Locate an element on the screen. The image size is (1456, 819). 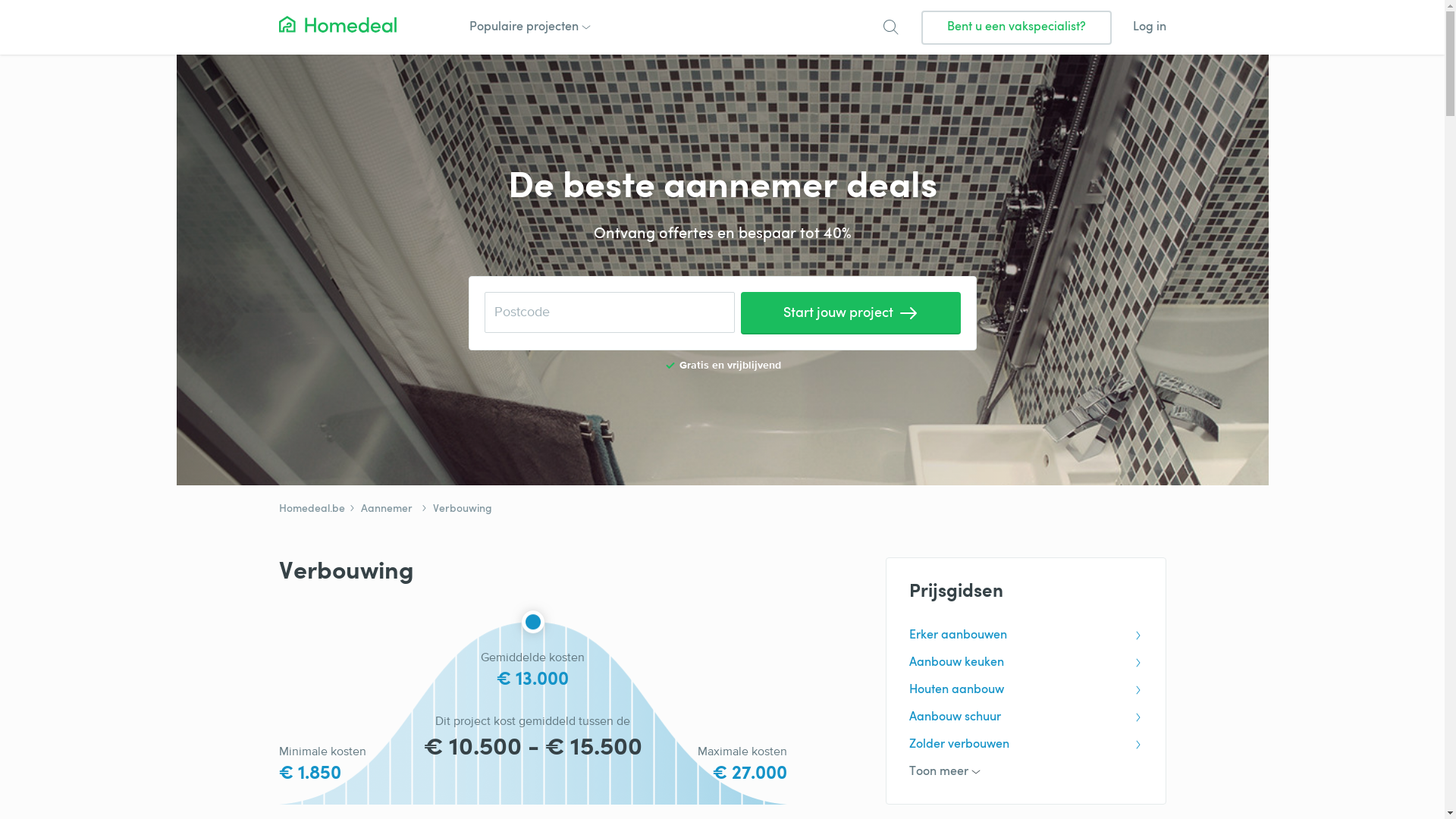
'Zolder verbouwen' is located at coordinates (1025, 744).